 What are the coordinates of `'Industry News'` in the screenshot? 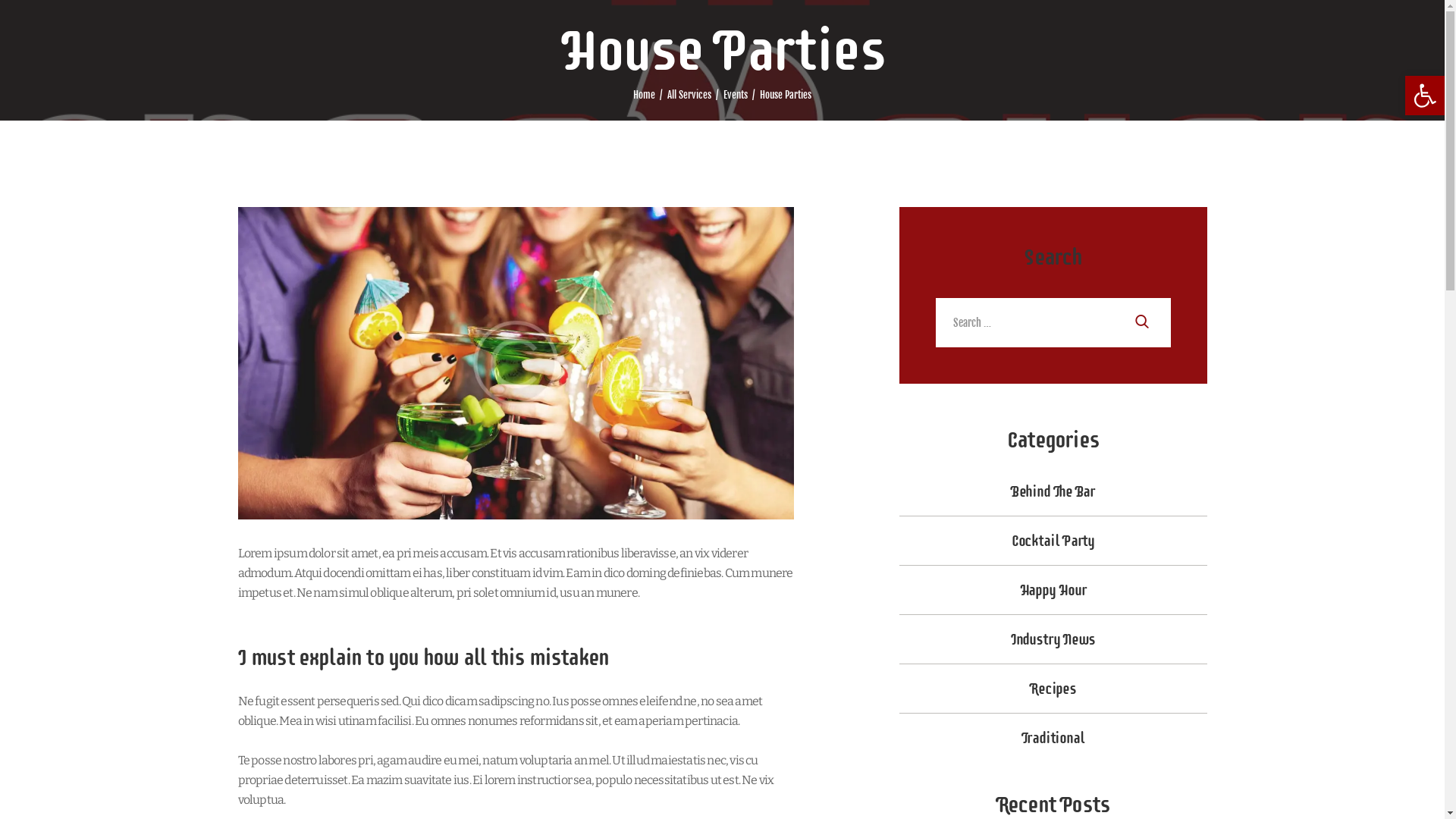 It's located at (1052, 639).